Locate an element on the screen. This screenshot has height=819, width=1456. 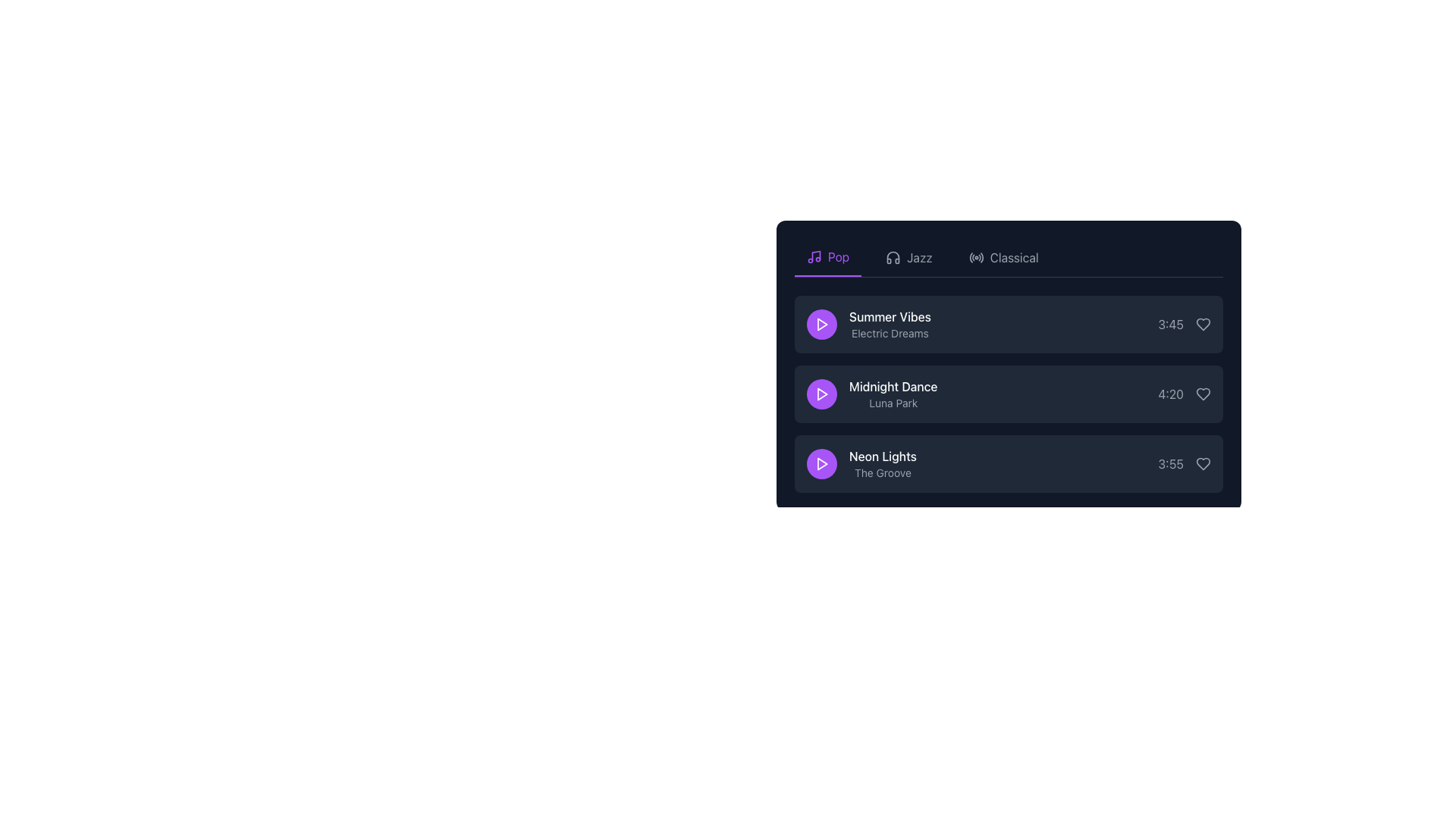
text displayed in the Text Display element, which shows 'Summer Vibes' in bold white text and 'Electric Dreams' in smaller gray font is located at coordinates (890, 324).